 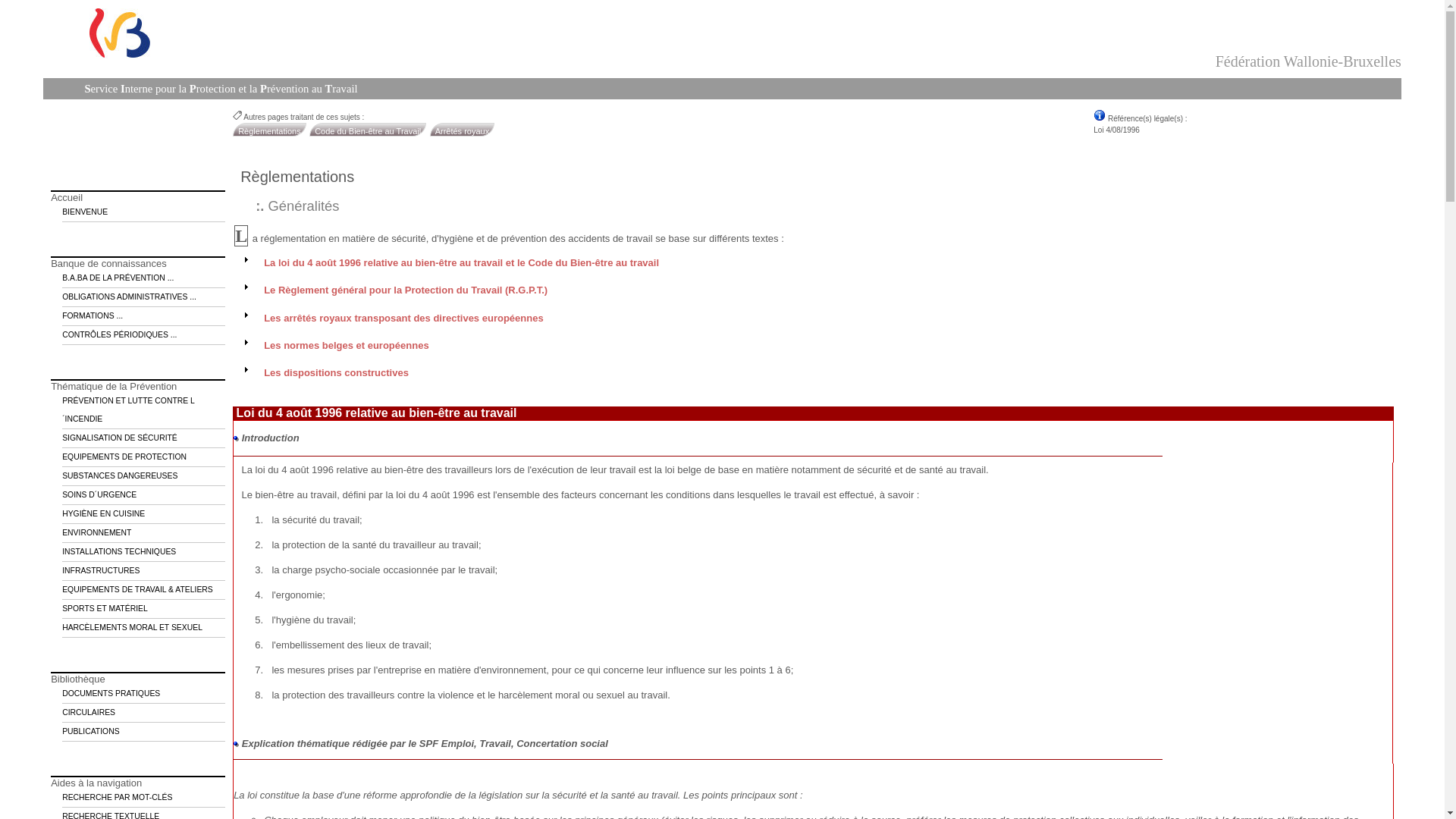 What do you see at coordinates (138, 731) in the screenshot?
I see `'PUBLICATIONS'` at bounding box center [138, 731].